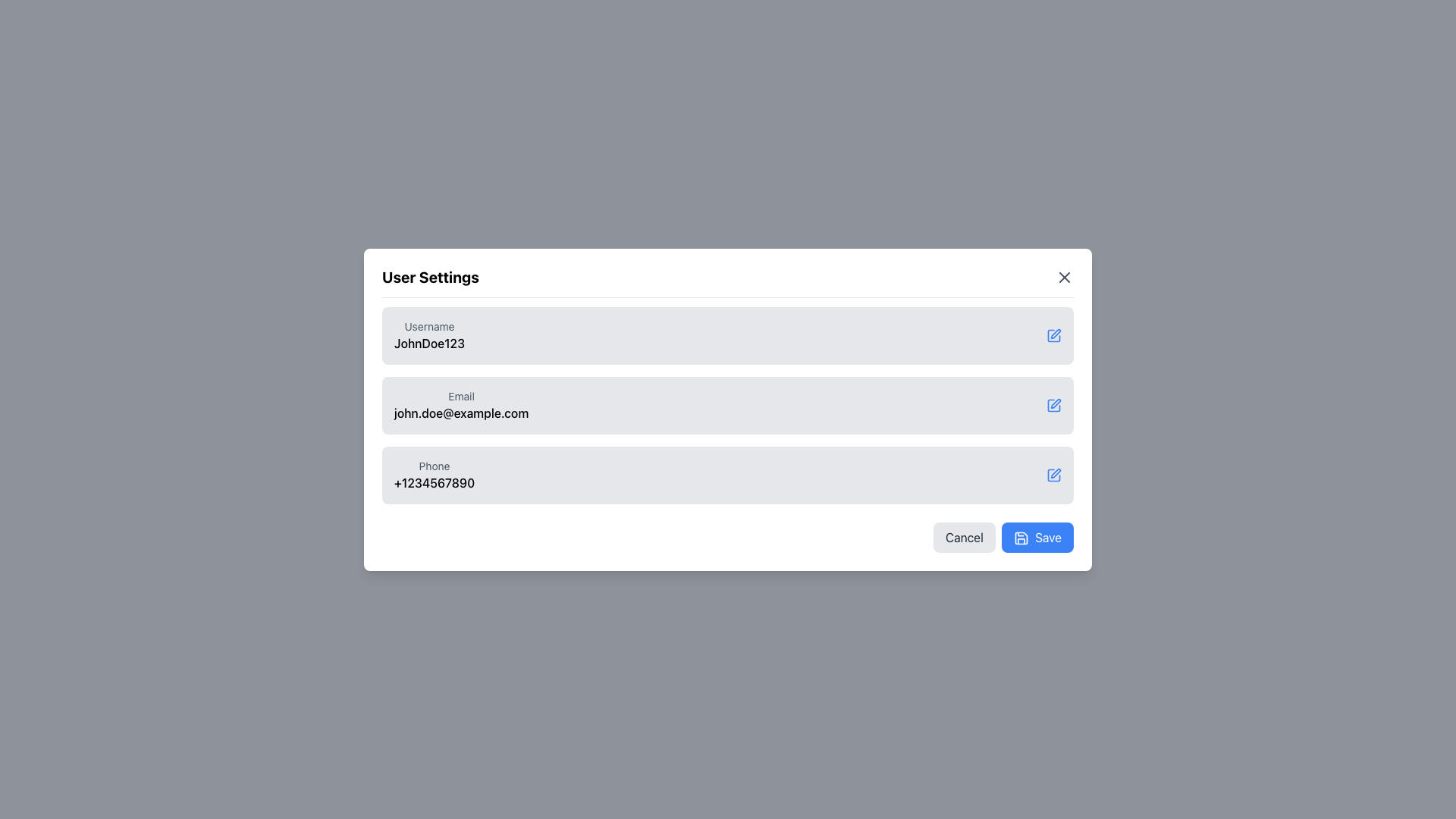 The height and width of the screenshot is (819, 1456). What do you see at coordinates (1053, 473) in the screenshot?
I see `the edit button located to the right of the phone number field` at bounding box center [1053, 473].